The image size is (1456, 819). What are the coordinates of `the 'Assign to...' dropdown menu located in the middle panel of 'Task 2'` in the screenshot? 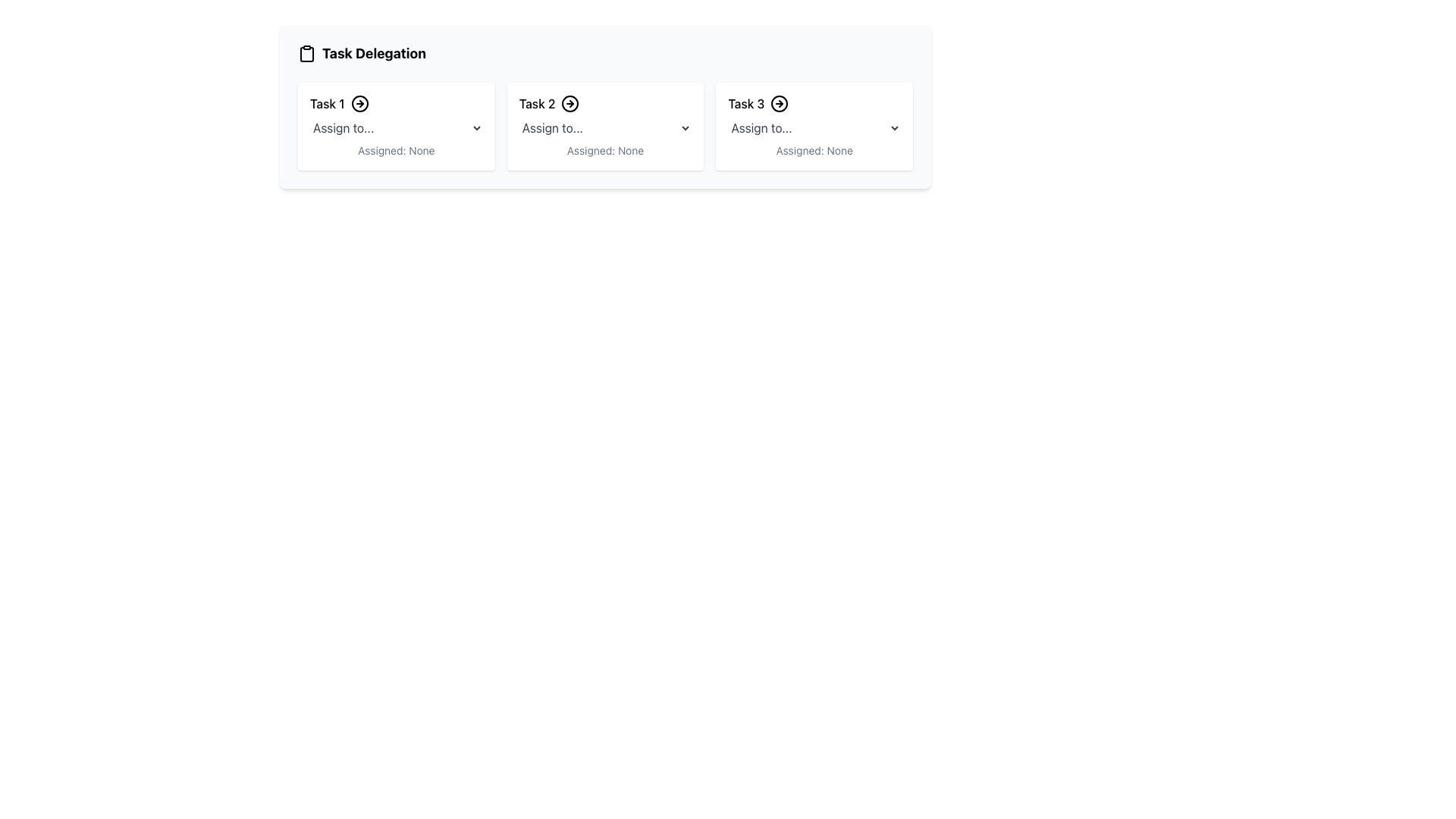 It's located at (604, 127).